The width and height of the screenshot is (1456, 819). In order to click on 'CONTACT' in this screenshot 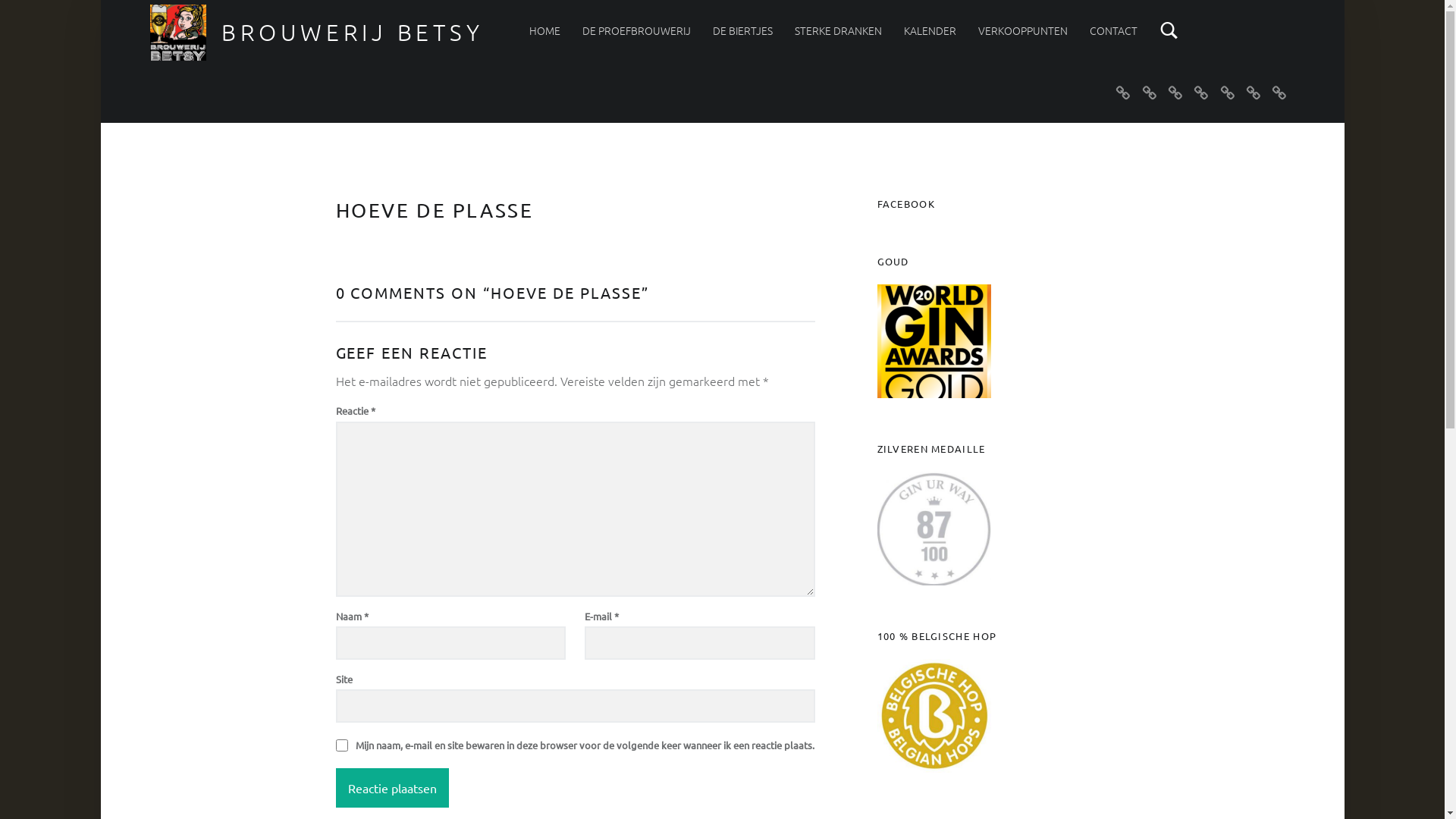, I will do `click(1113, 30)`.